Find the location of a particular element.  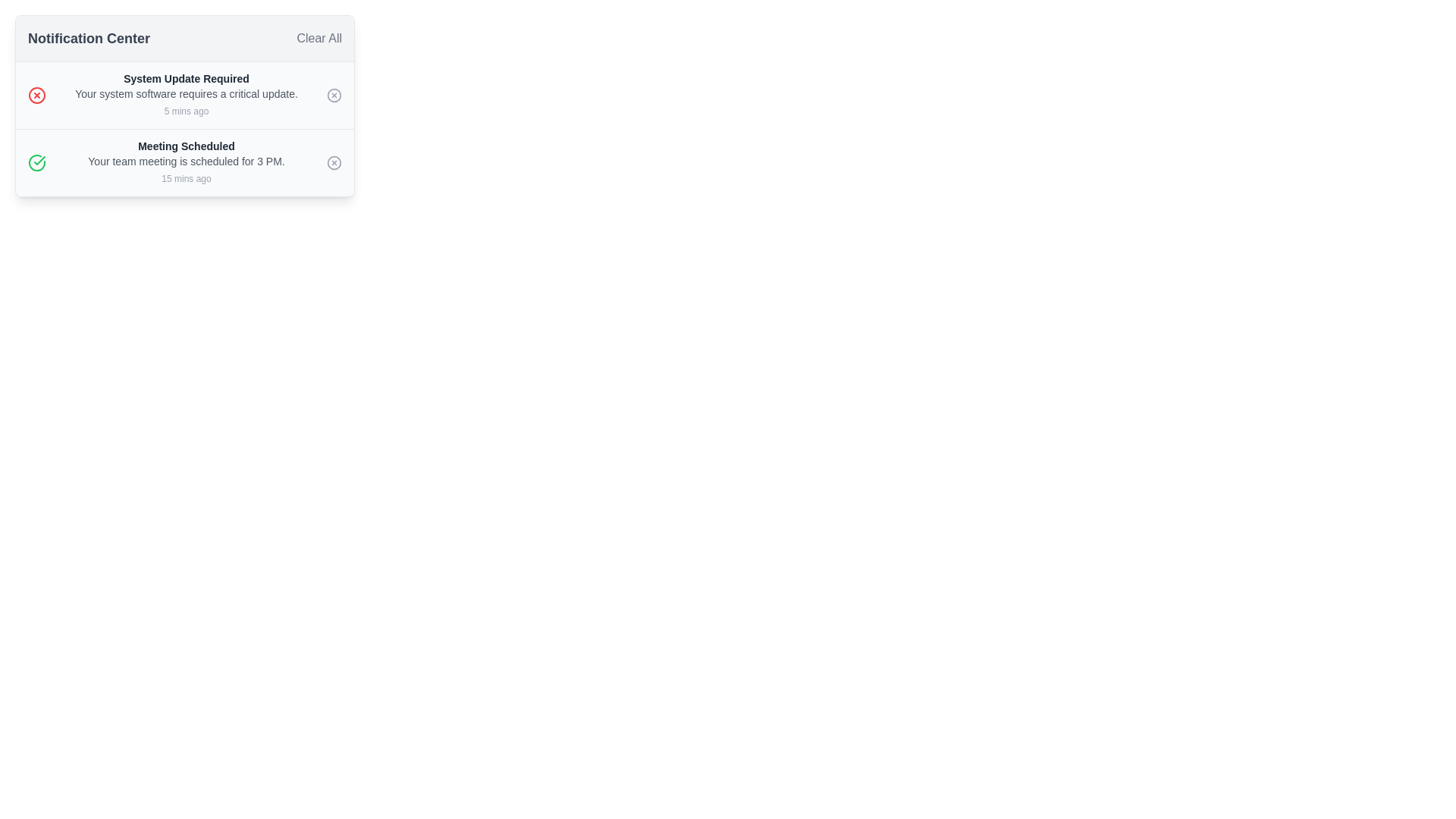

the 'Meeting Scheduled' text label, which is displayed in bold, small dark gray font and is centrally aligned within the notification card structure, positioned above the supplementary text and time information is located at coordinates (185, 146).